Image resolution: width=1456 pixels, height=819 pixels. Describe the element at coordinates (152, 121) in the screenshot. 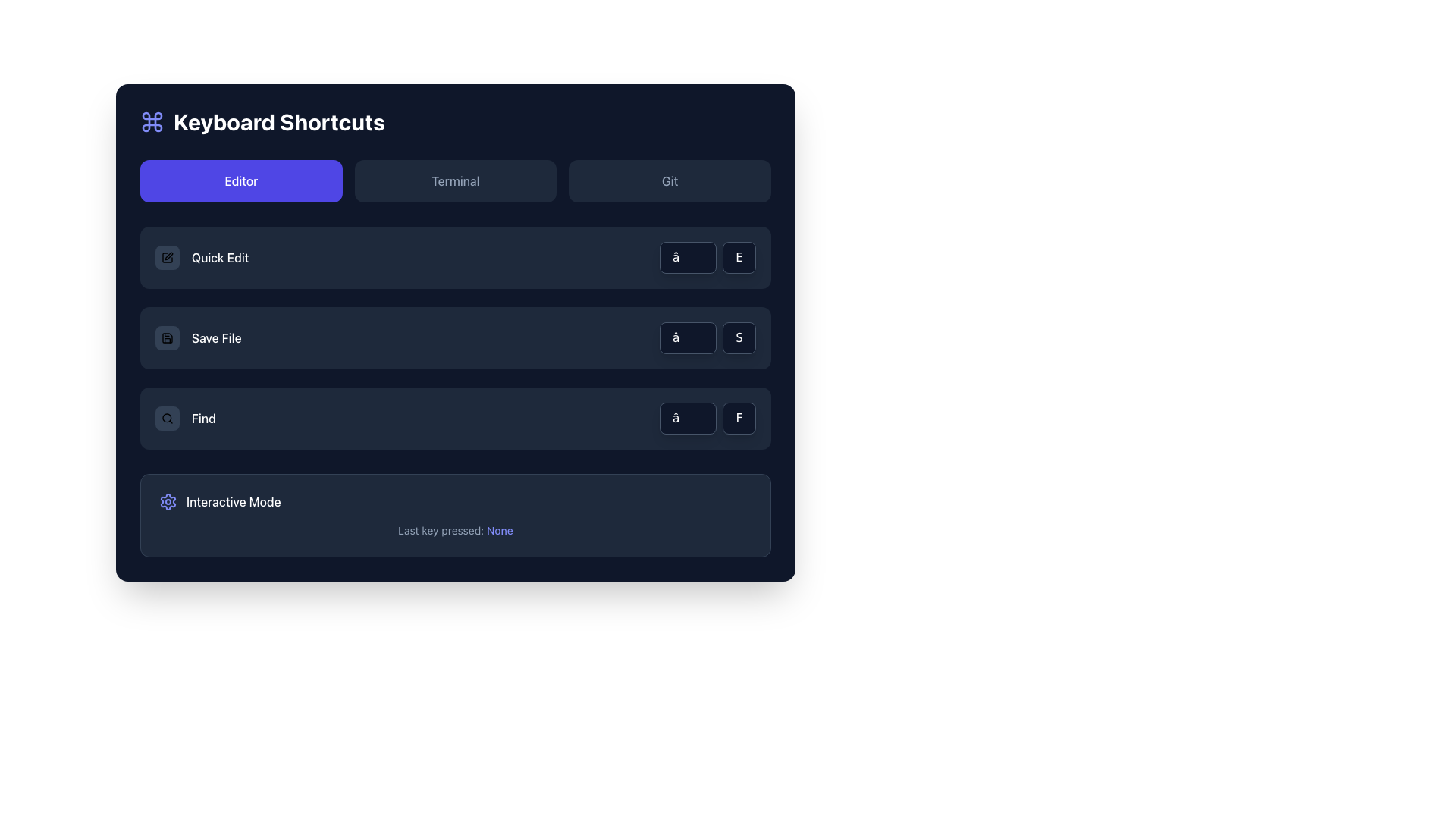

I see `the decorative icon for the 'Keyboard Shortcuts' section located to the left of the text 'Keyboard Shortcuts'` at that location.